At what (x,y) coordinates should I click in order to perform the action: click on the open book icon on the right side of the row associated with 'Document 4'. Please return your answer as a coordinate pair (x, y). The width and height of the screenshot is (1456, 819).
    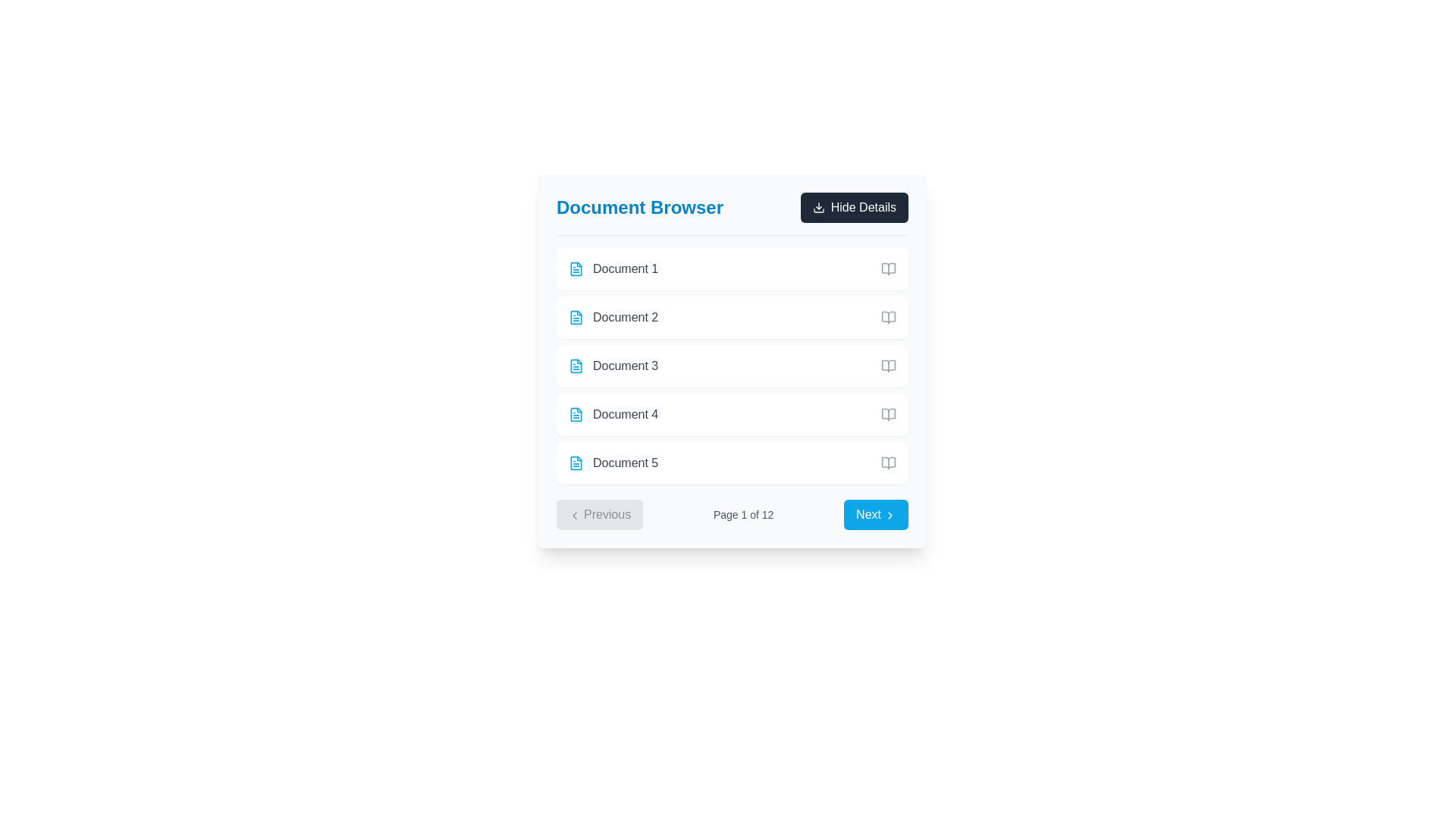
    Looking at the image, I should click on (888, 415).